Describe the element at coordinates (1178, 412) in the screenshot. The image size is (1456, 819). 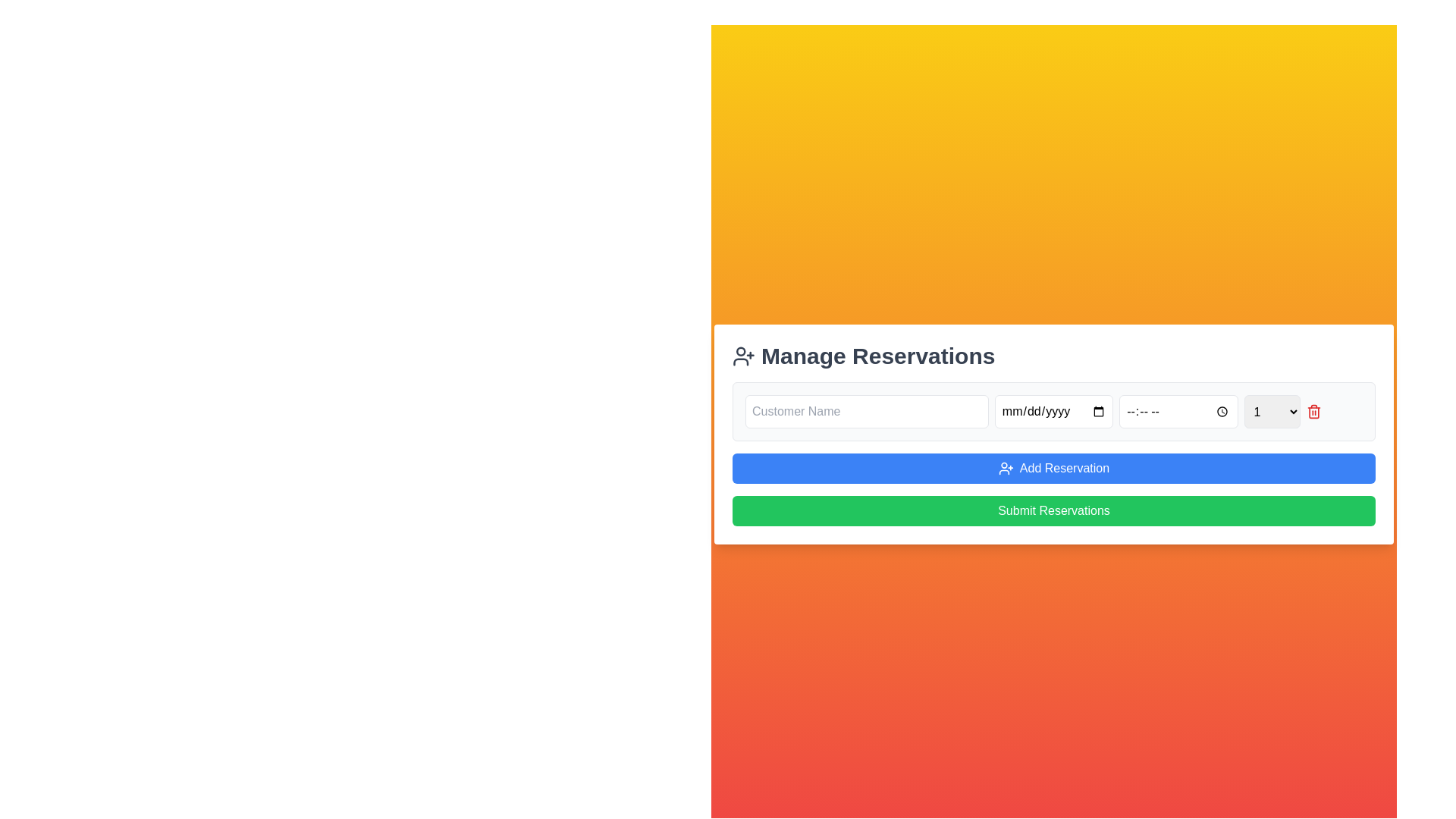
I see `a time using the time input field, which is a rectangular input with rounded corners located in the third position of the grid layout, to the right of the date input field` at that location.